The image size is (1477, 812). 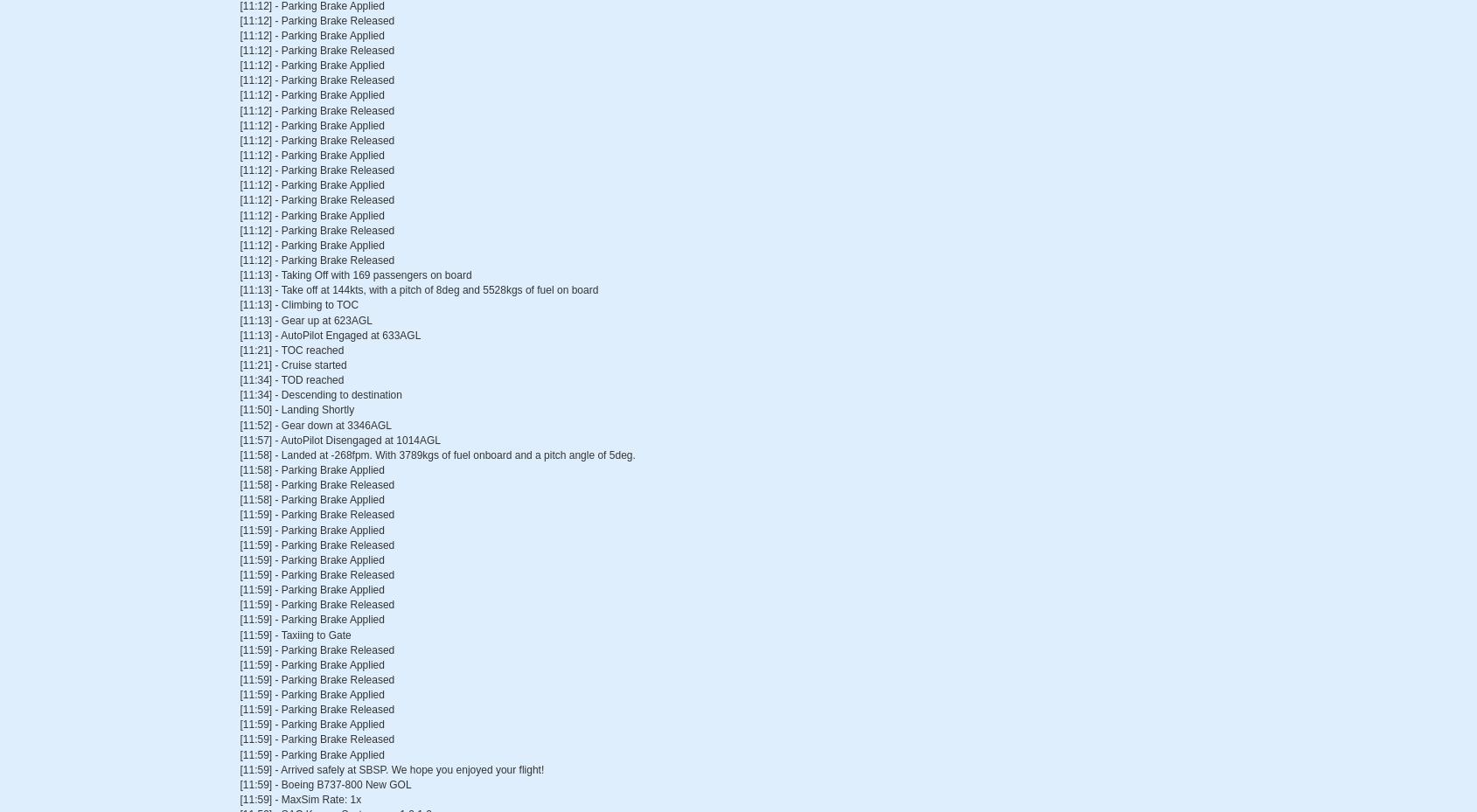 I want to click on '[11:59] - Taxiing to Gate', so click(x=295, y=635).